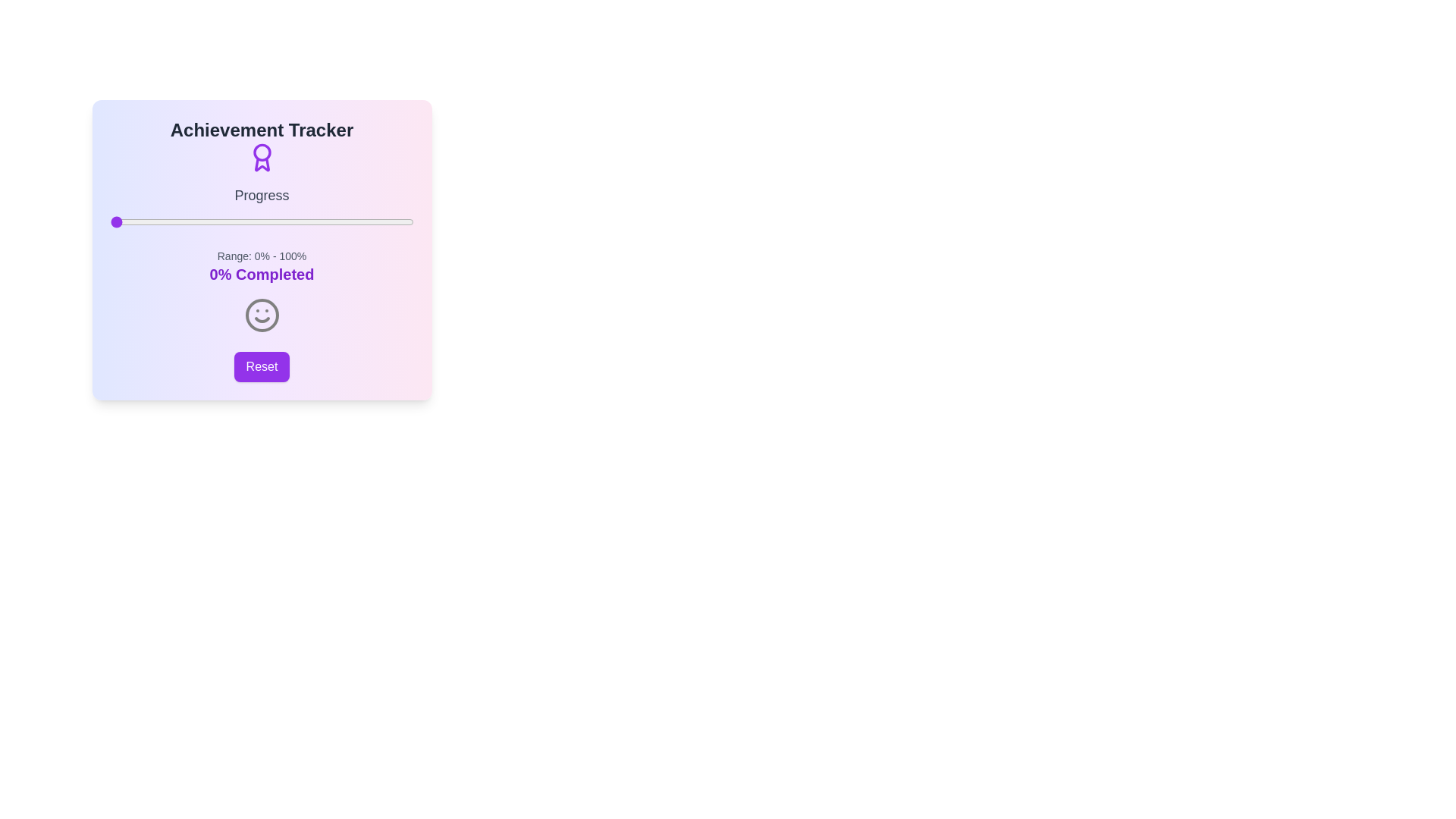  Describe the element at coordinates (118, 222) in the screenshot. I see `the progress slider to 3%` at that location.